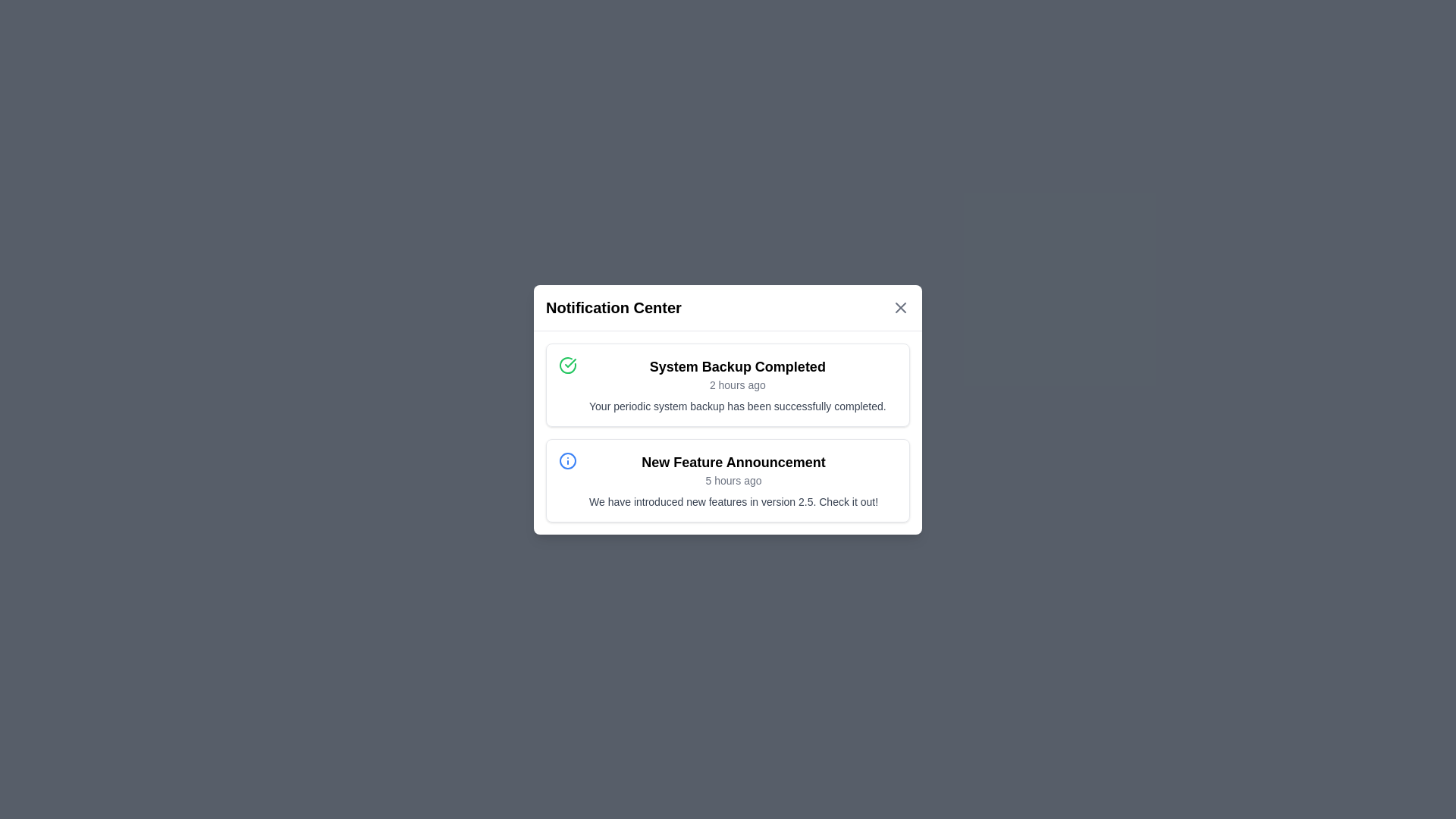 The width and height of the screenshot is (1456, 819). Describe the element at coordinates (733, 461) in the screenshot. I see `bold headline text labeled 'New Feature Announcement' located centrally within the second notification card in the Notification Center` at that location.